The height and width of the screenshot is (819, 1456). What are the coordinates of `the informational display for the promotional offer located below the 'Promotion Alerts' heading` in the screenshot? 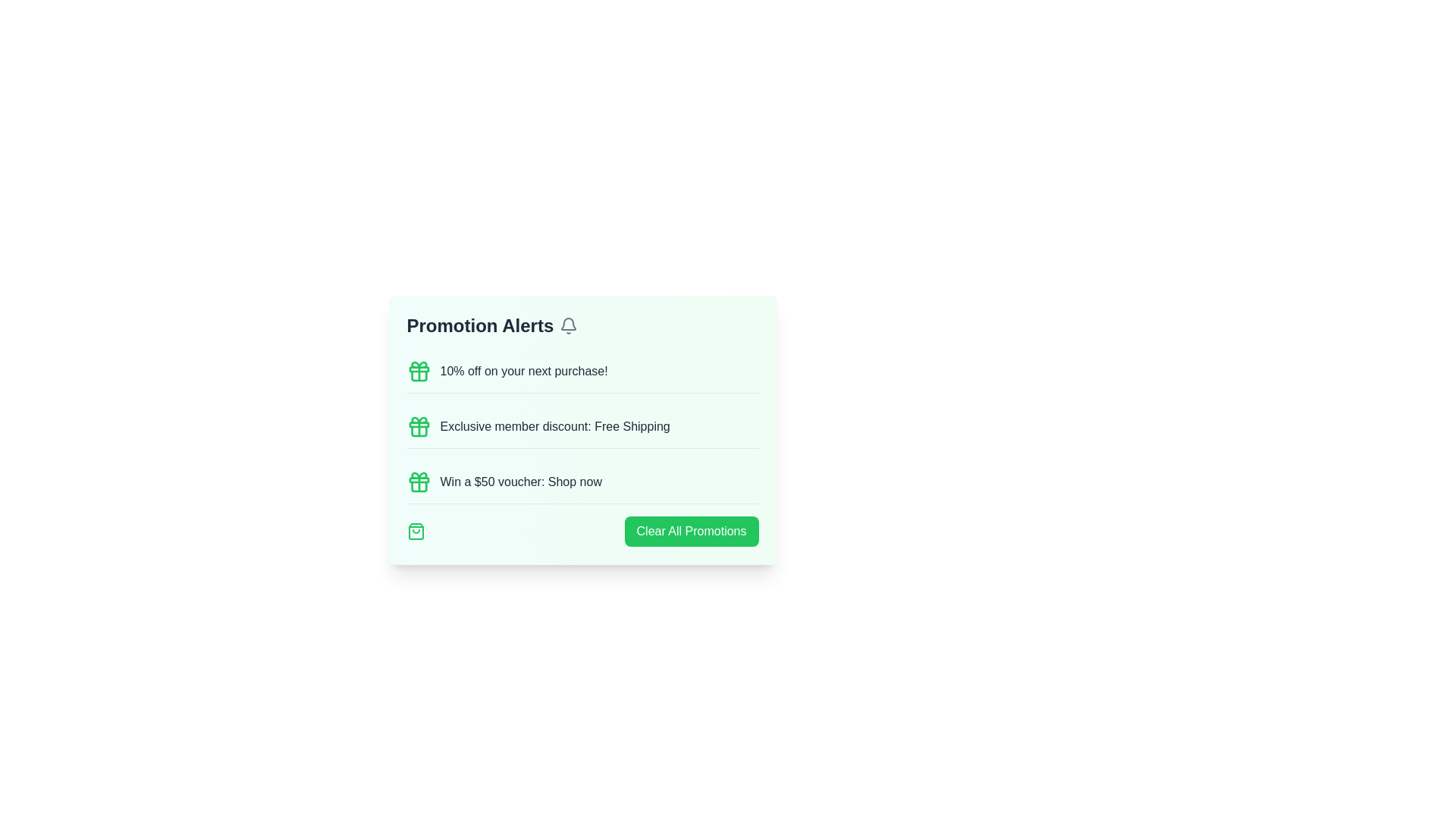 It's located at (582, 372).